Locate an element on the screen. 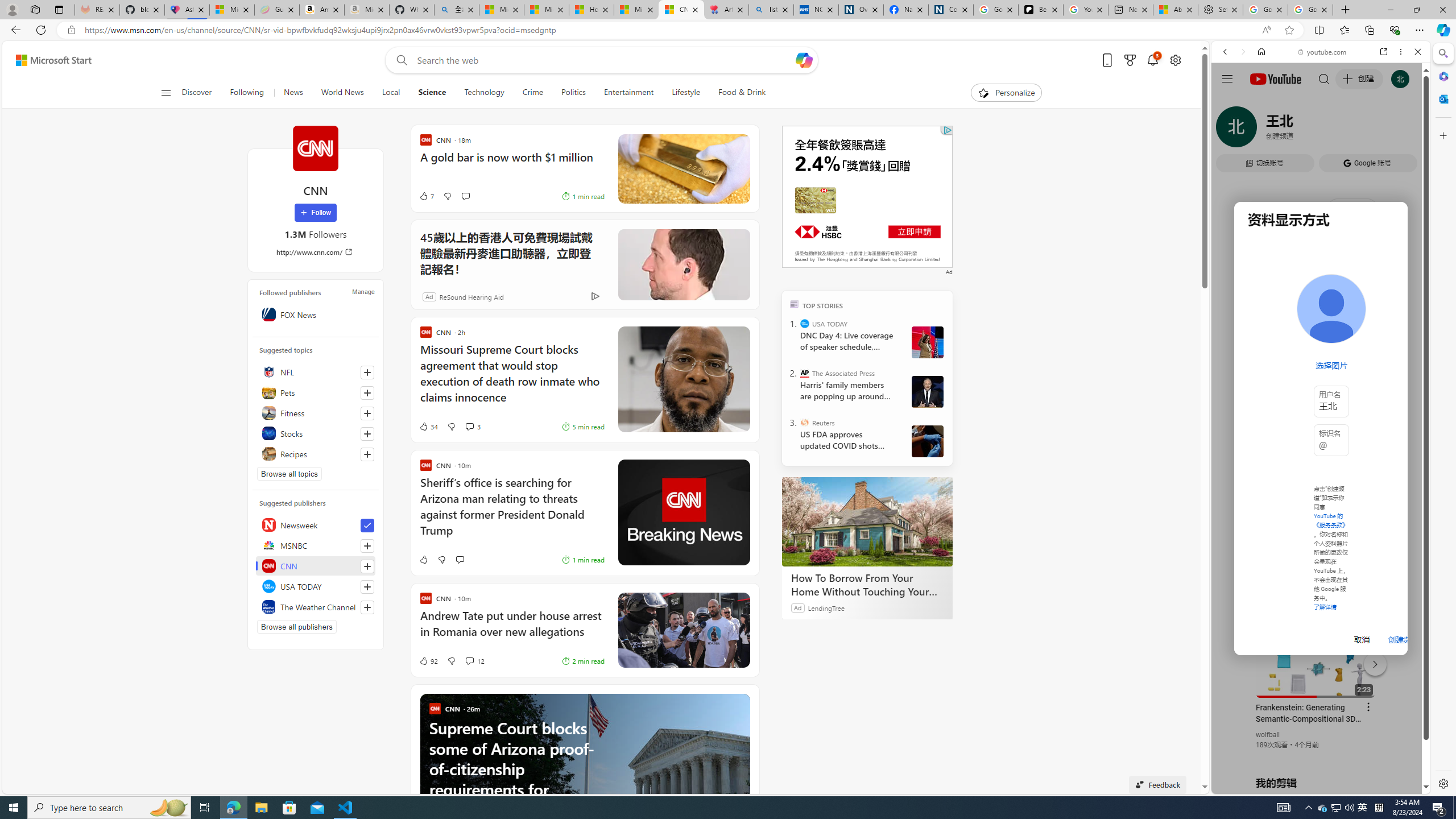  'Microsoft rewards' is located at coordinates (1129, 60).